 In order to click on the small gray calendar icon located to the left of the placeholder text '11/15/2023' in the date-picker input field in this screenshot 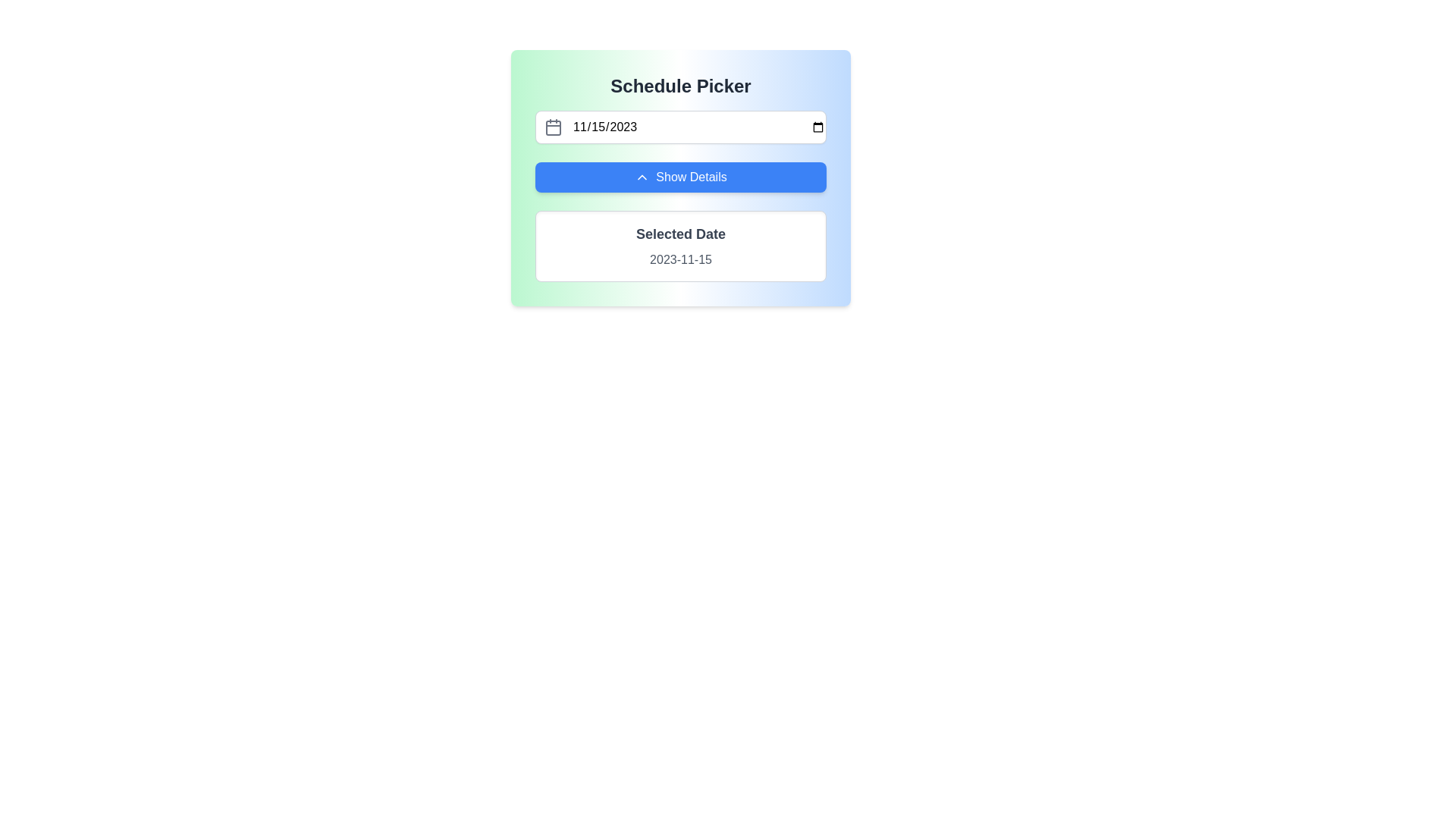, I will do `click(552, 127)`.